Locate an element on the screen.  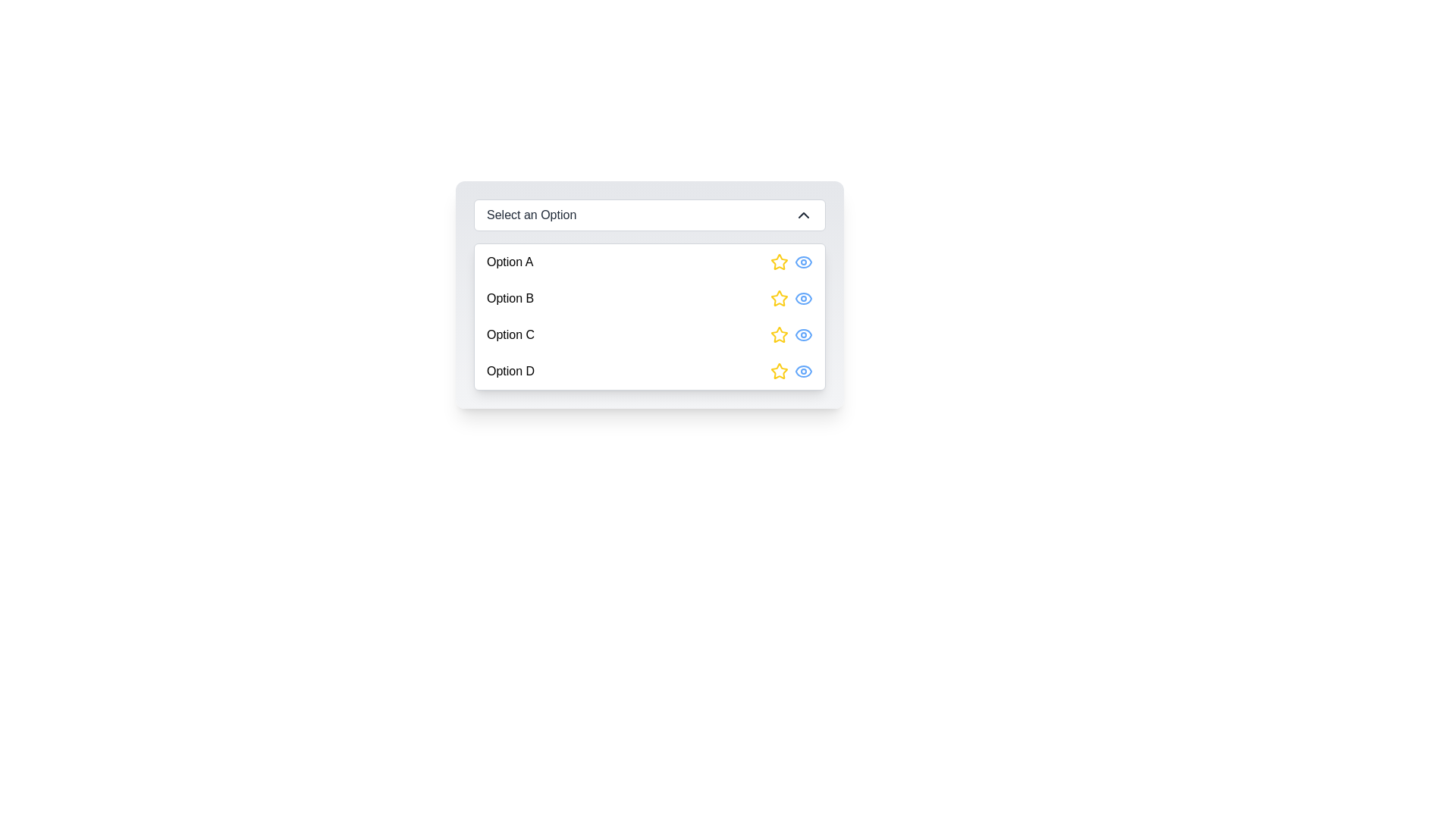
the text label that identifies the first selectable option in the dropdown, located to the left of the star and eye icons is located at coordinates (510, 262).